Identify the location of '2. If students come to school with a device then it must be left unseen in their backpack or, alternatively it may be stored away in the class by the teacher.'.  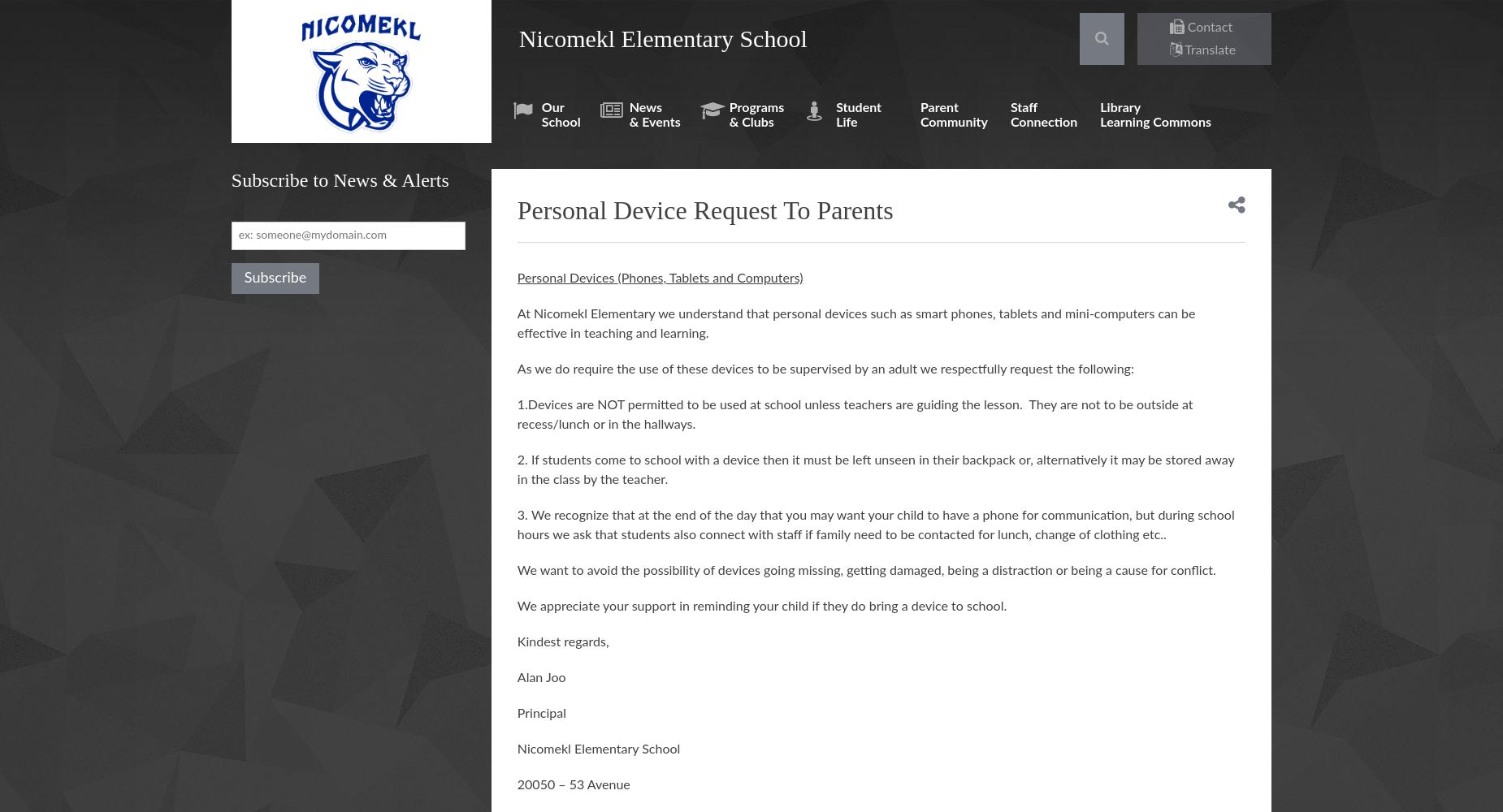
(874, 469).